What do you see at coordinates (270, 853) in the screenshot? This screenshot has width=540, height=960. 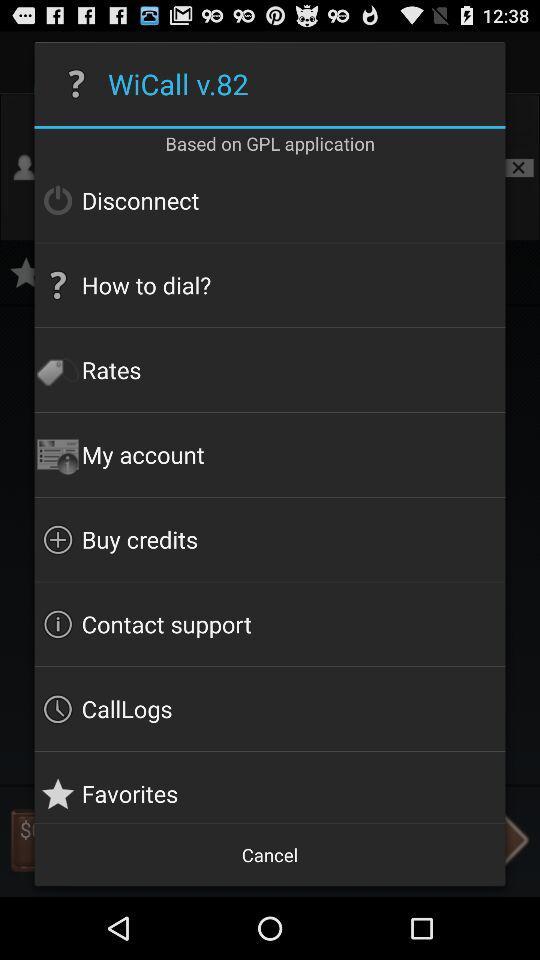 I see `the cancel icon` at bounding box center [270, 853].